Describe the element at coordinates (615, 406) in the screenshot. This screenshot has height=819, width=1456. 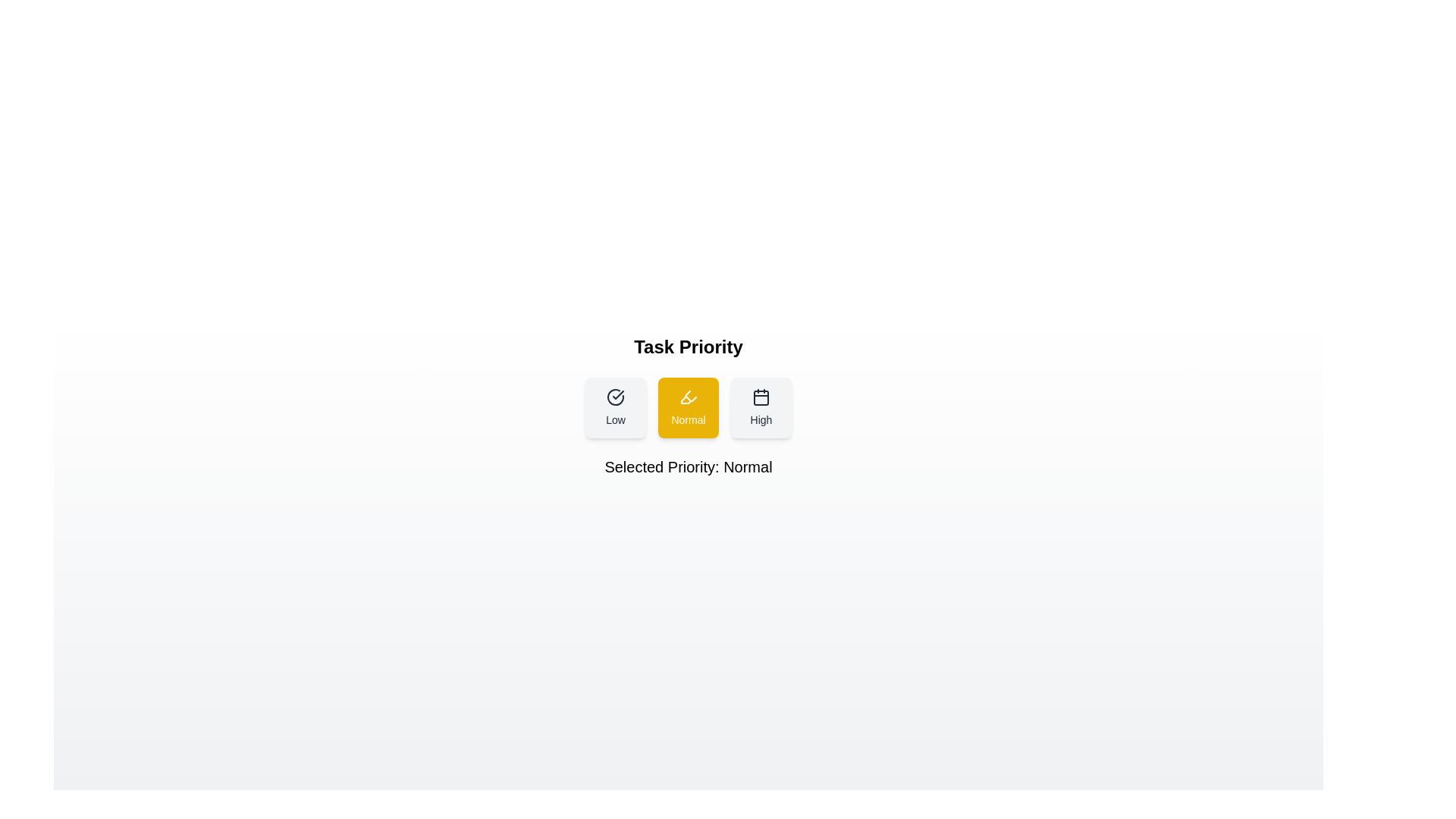
I see `the 'Low' priority button to select it` at that location.